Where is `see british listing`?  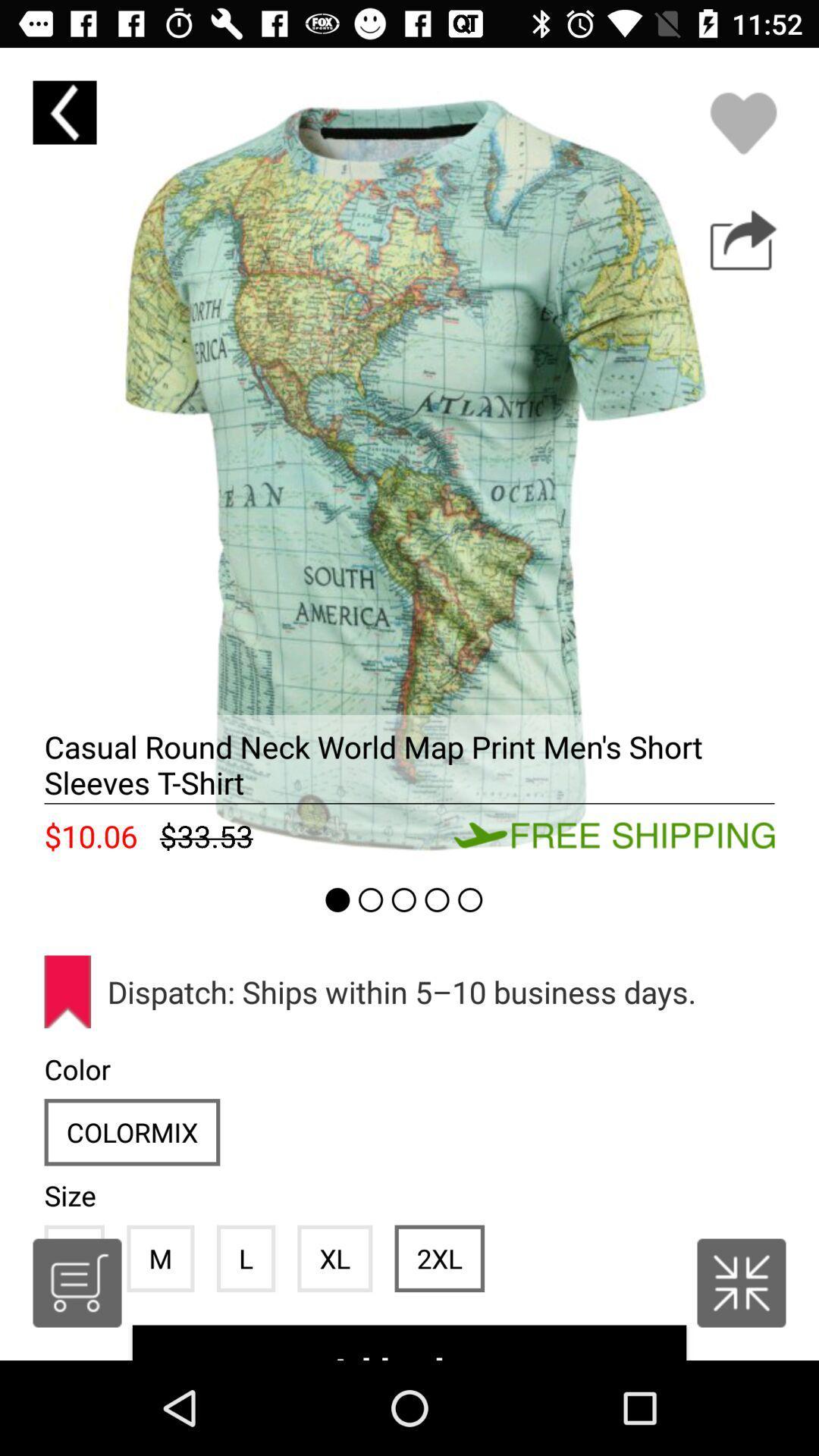 see british listing is located at coordinates (741, 1282).